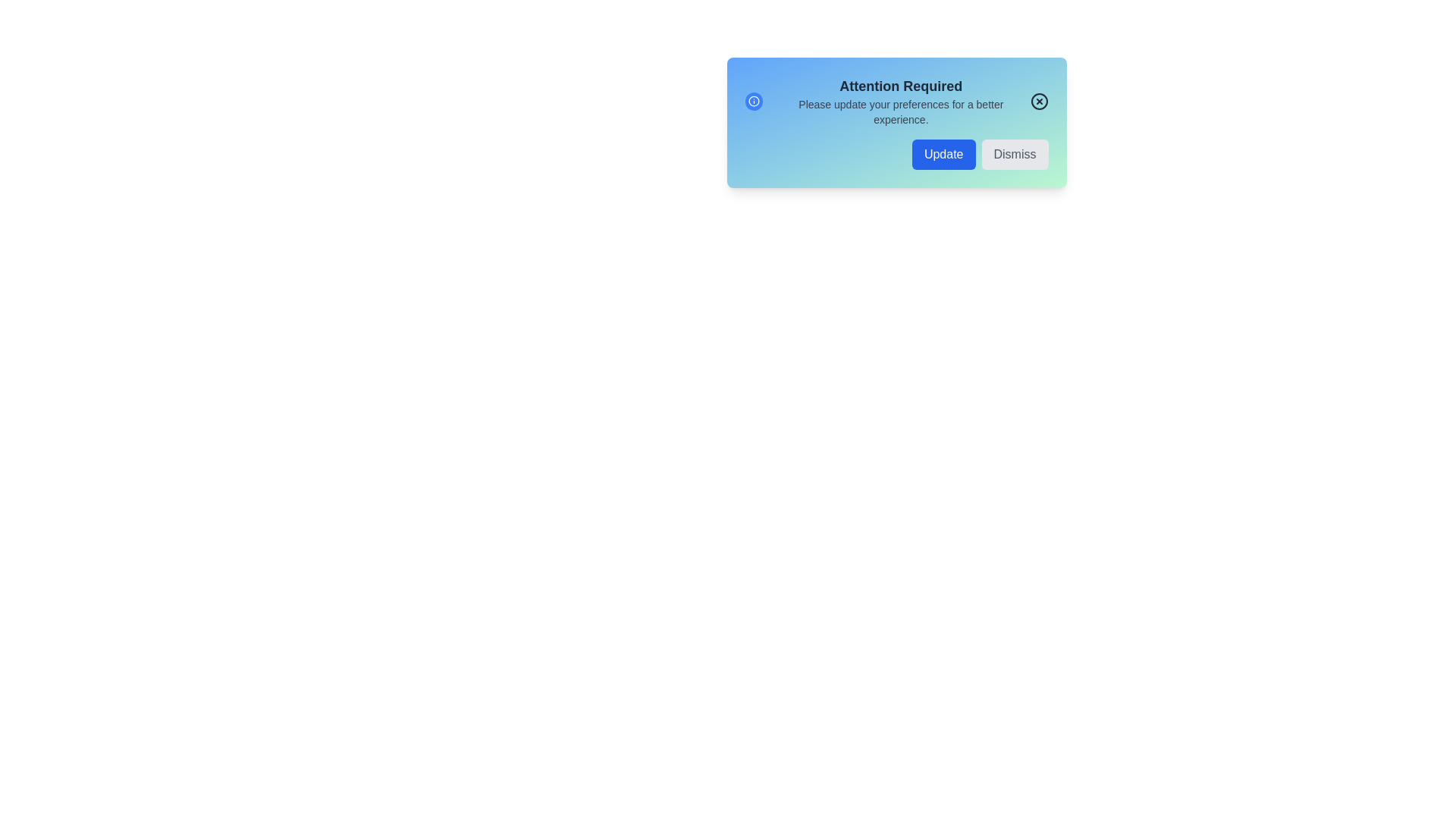 This screenshot has width=1456, height=819. I want to click on the text 'Attention Required' to highlight it, so click(901, 86).